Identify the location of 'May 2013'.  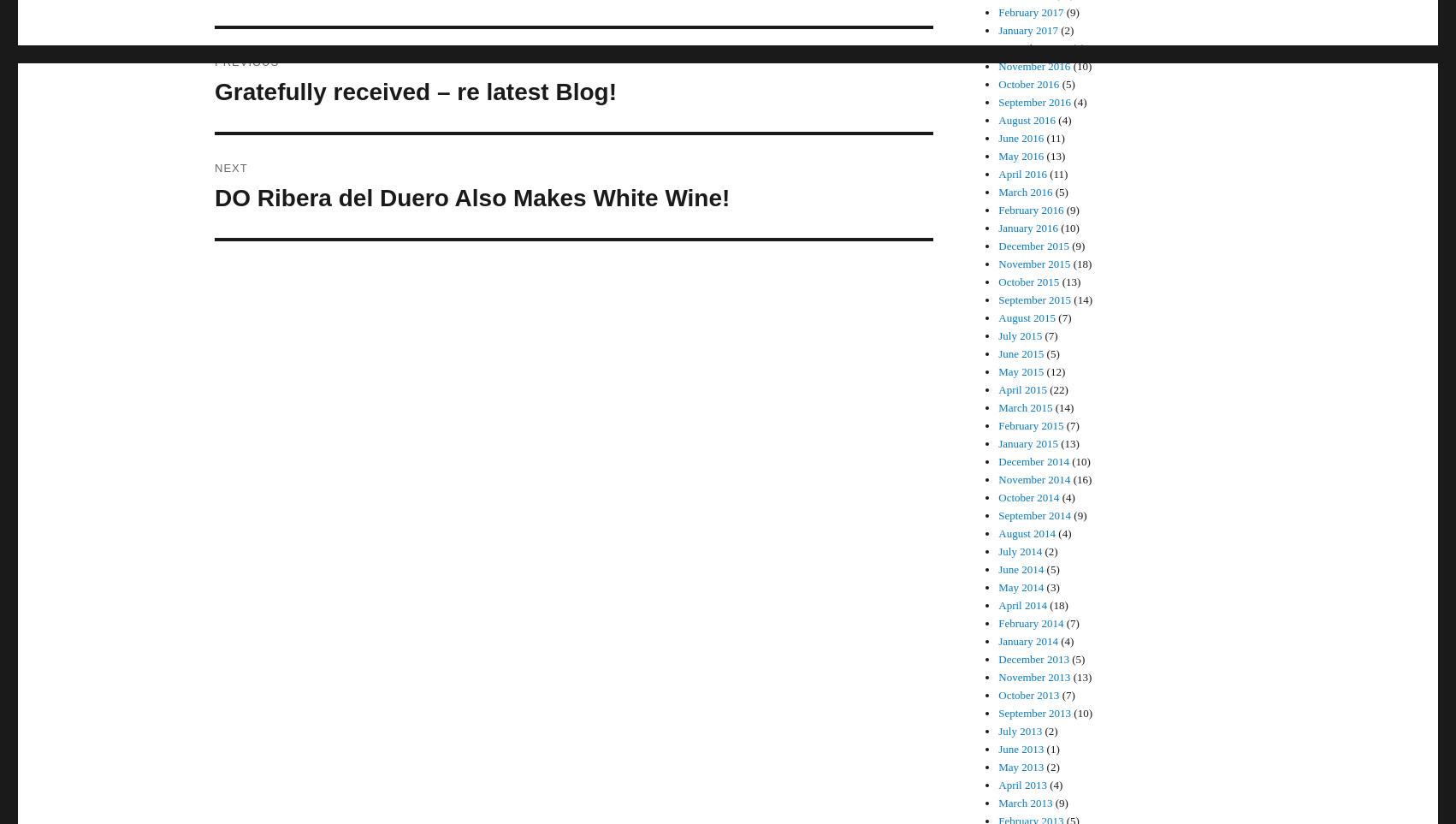
(1021, 766).